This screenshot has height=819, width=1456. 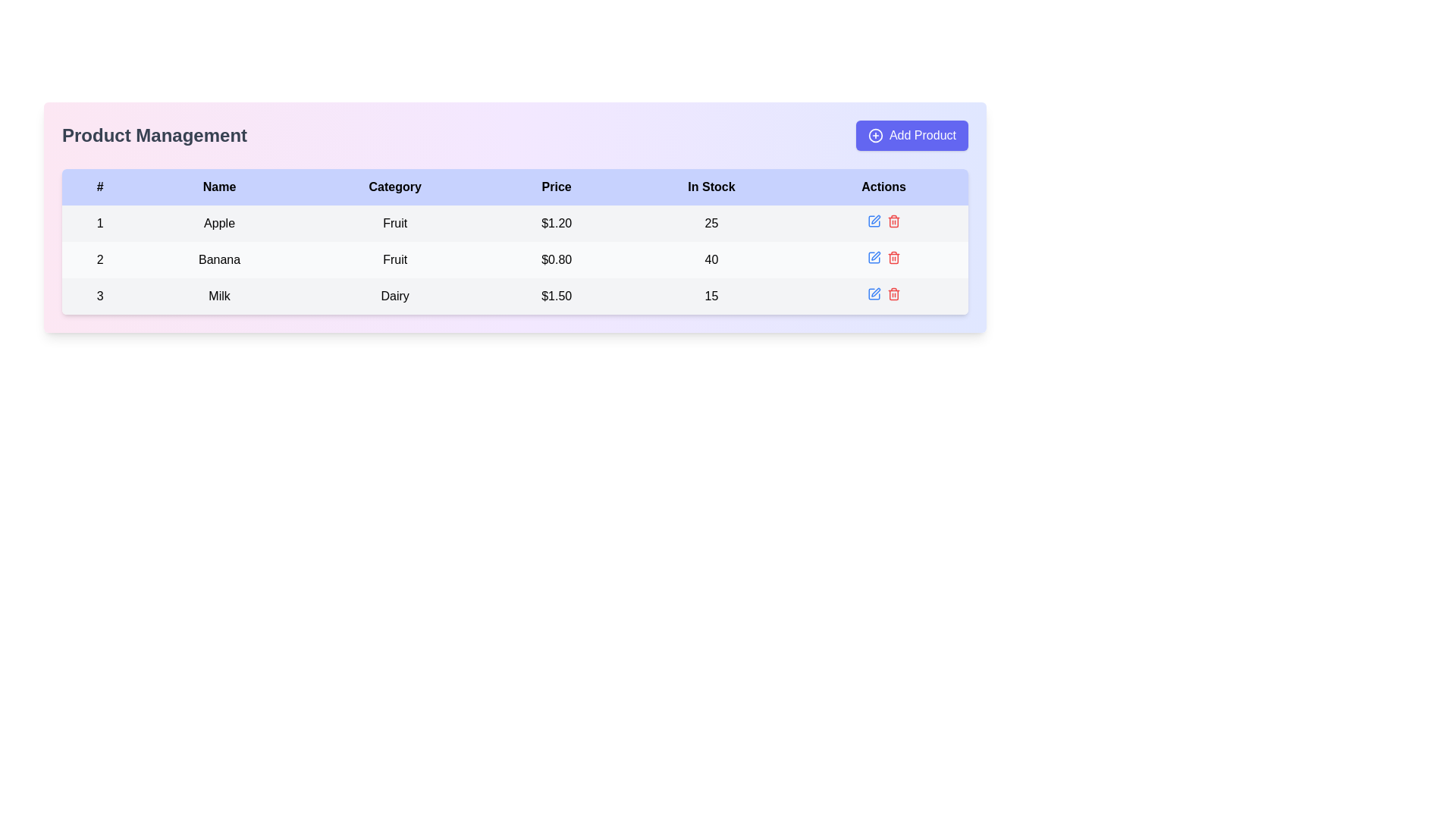 I want to click on the red trash bin icon in the Actions column of the second row, so click(x=893, y=258).